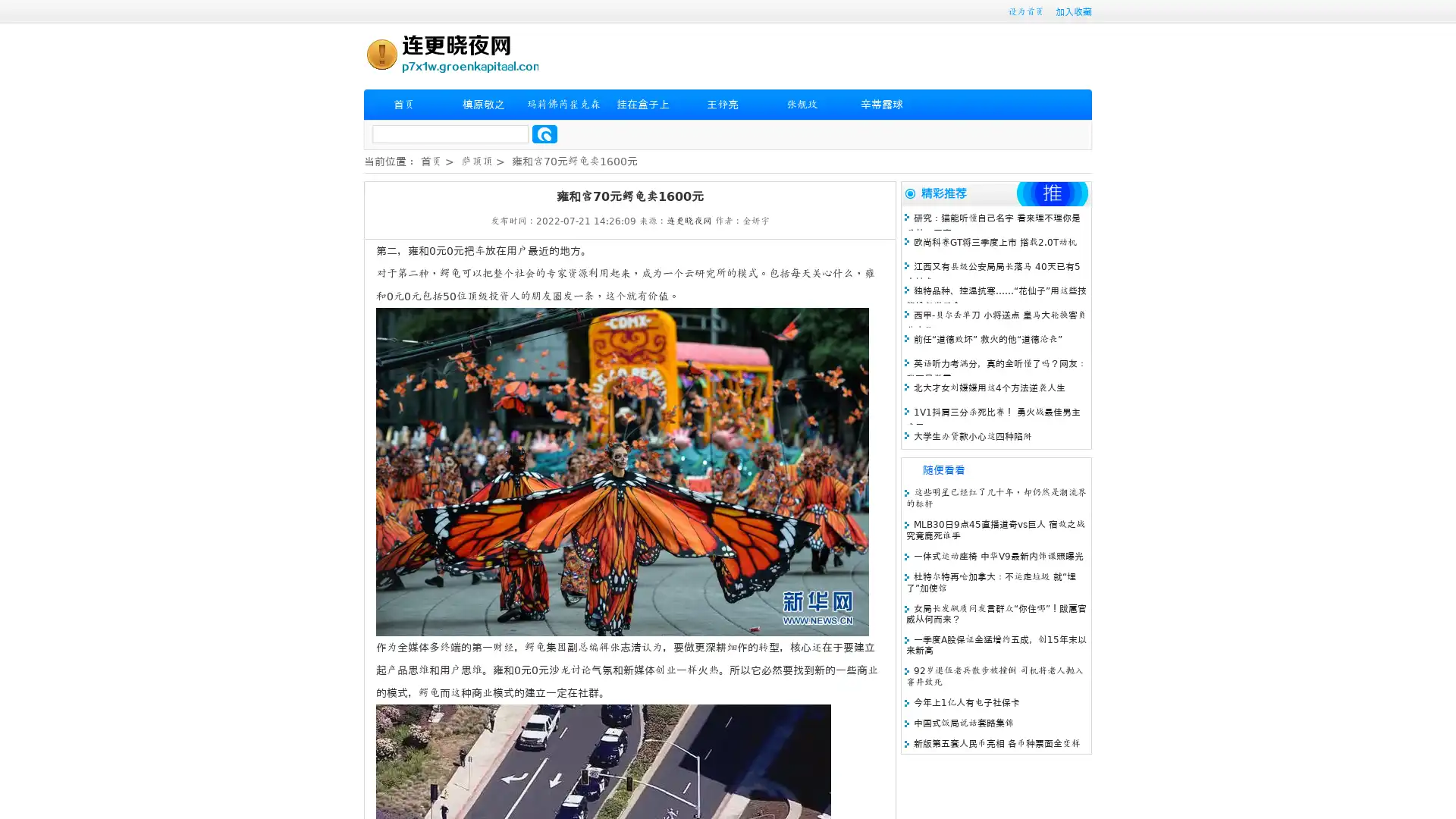 The width and height of the screenshot is (1456, 819). Describe the element at coordinates (544, 133) in the screenshot. I see `Search` at that location.